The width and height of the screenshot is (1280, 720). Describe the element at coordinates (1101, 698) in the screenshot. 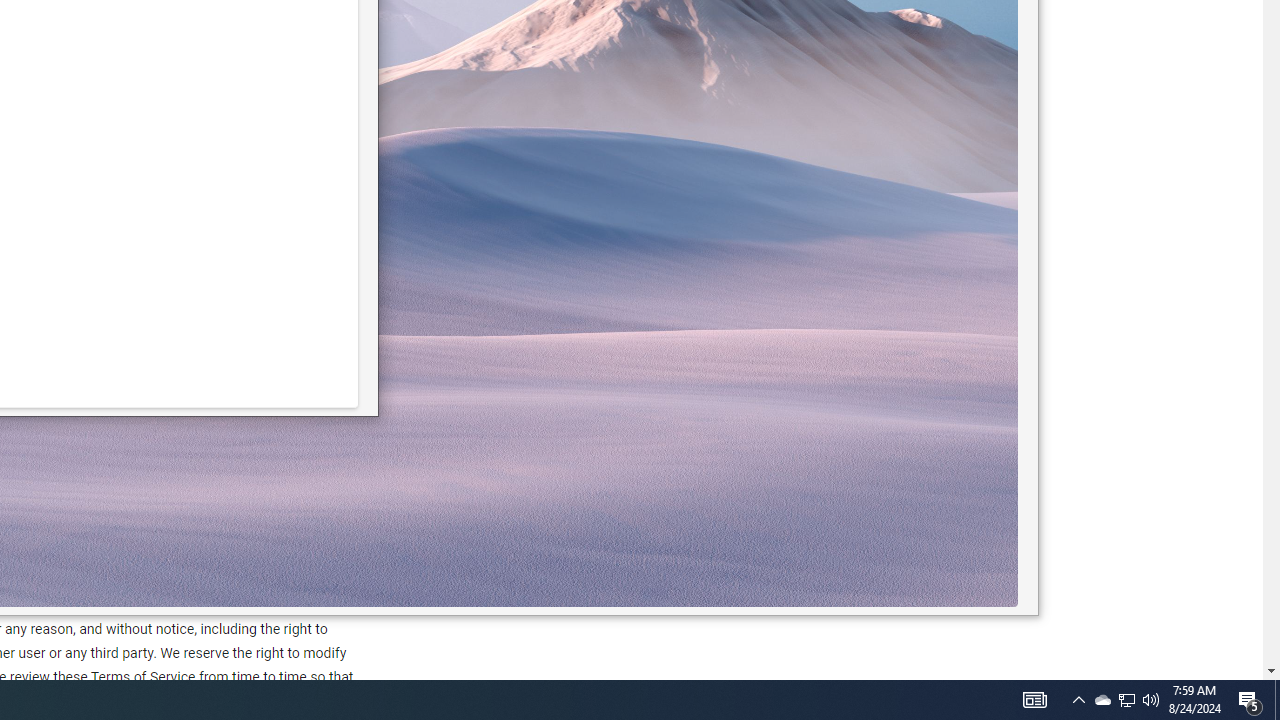

I see `'Q2790: 100%'` at that location.